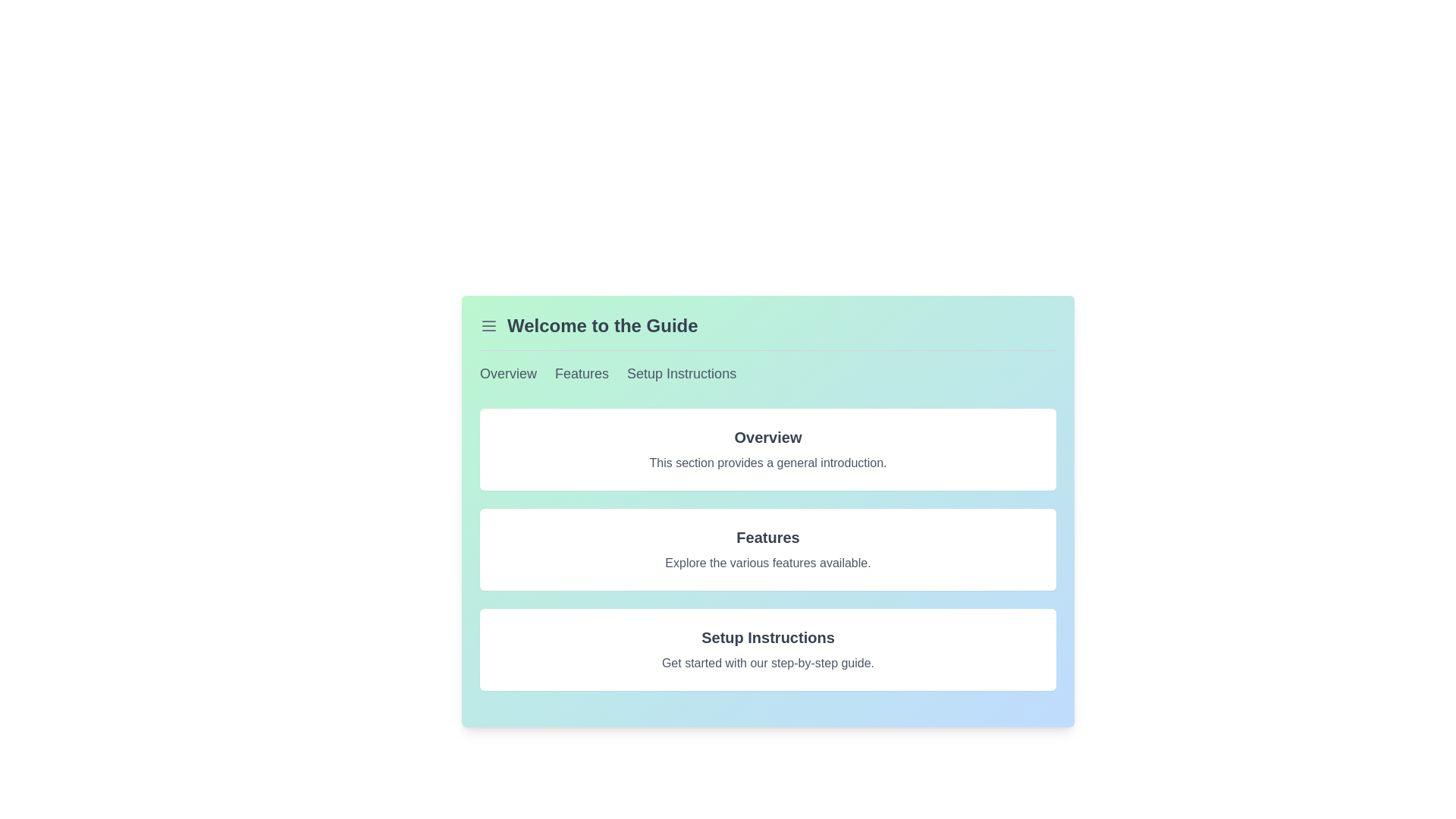  I want to click on the Hamburger menu icon located at the top-left corner of the card section, so click(488, 325).